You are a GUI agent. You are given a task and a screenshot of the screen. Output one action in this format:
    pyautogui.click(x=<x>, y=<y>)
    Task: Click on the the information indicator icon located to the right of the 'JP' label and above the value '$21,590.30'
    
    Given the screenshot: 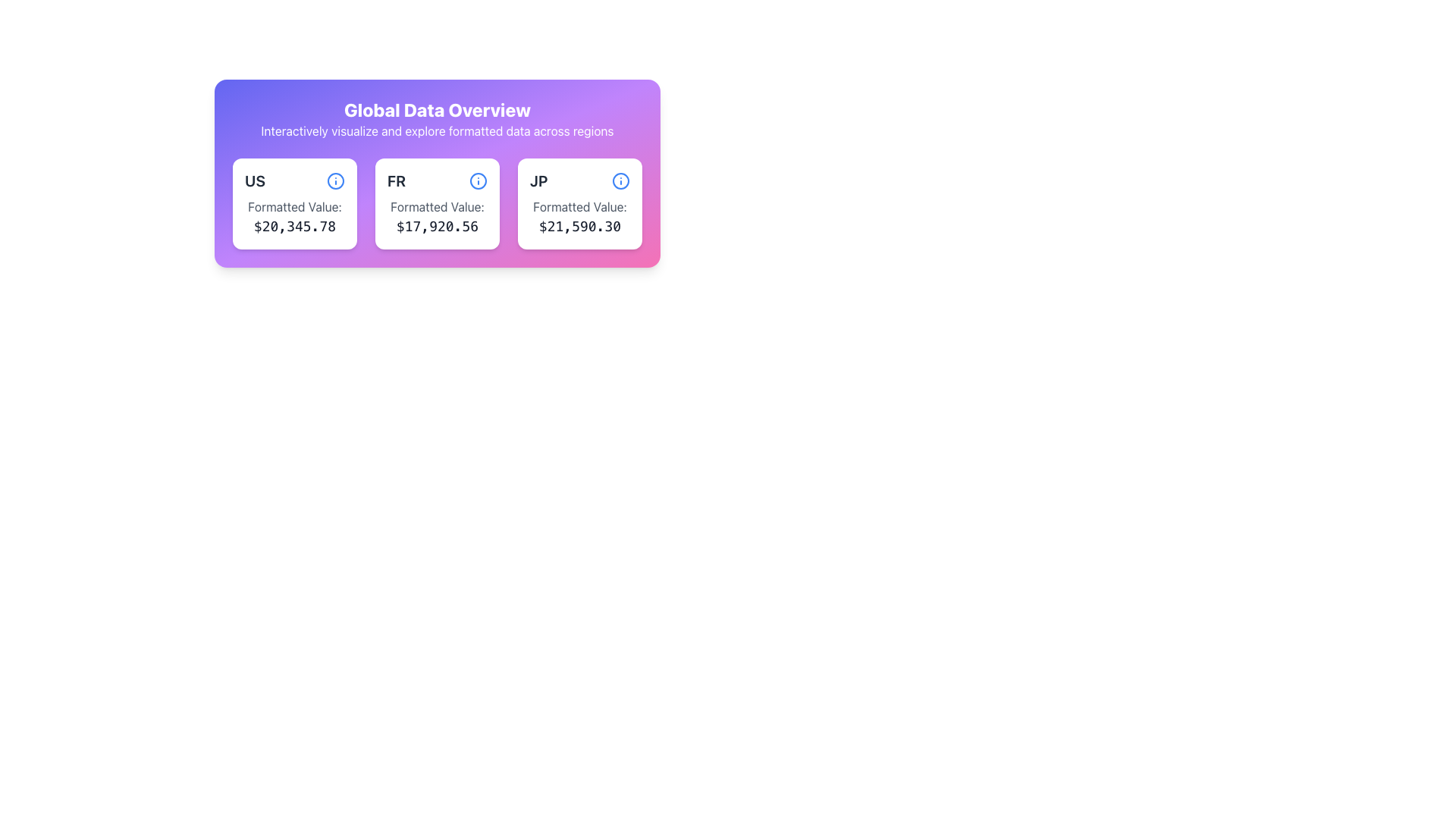 What is the action you would take?
    pyautogui.click(x=621, y=180)
    